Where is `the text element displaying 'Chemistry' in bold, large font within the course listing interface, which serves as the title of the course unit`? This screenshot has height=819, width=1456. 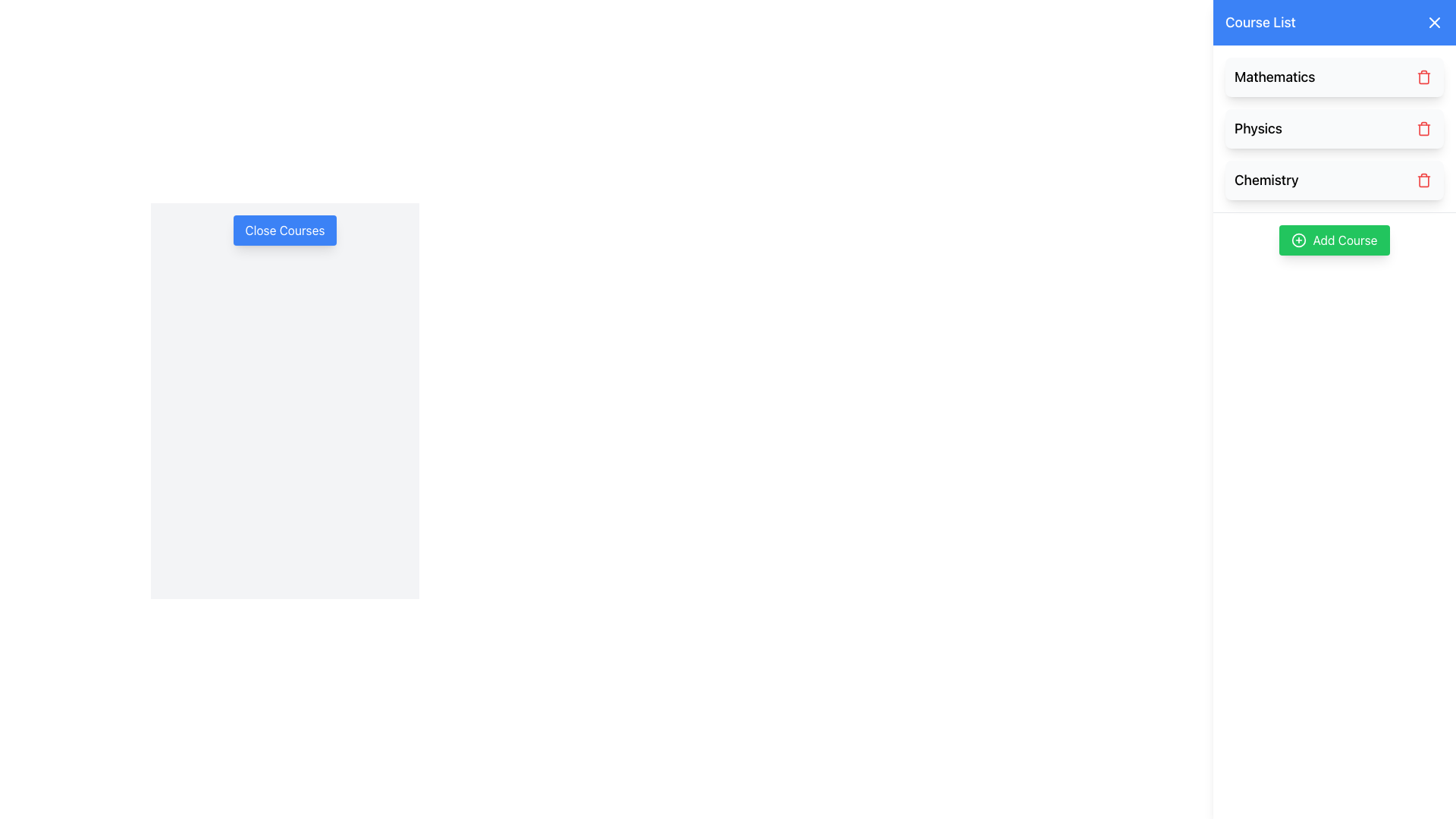 the text element displaying 'Chemistry' in bold, large font within the course listing interface, which serves as the title of the course unit is located at coordinates (1266, 180).